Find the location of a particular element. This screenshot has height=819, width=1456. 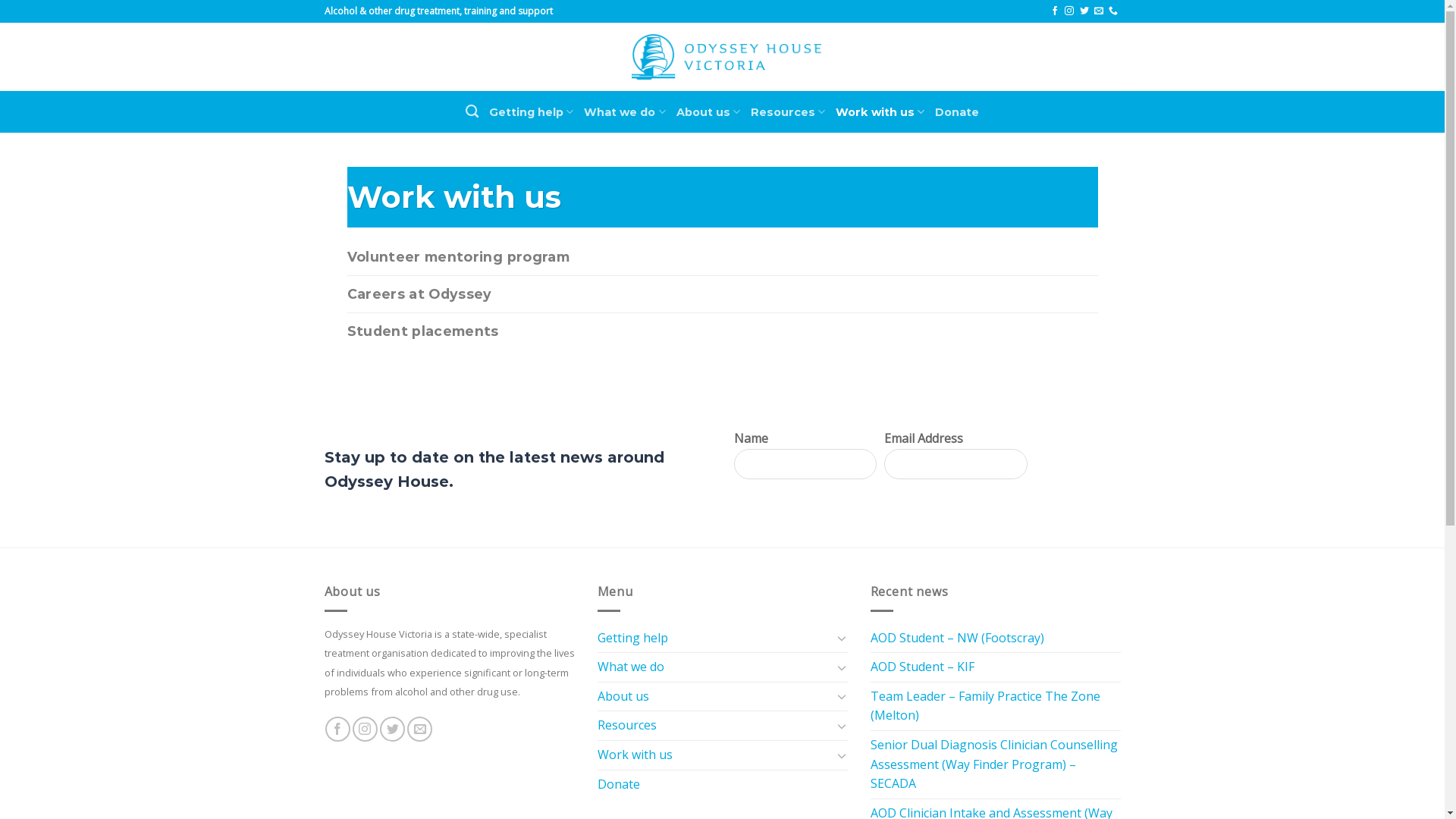

'Odyssey House Victoria' is located at coordinates (724, 56).